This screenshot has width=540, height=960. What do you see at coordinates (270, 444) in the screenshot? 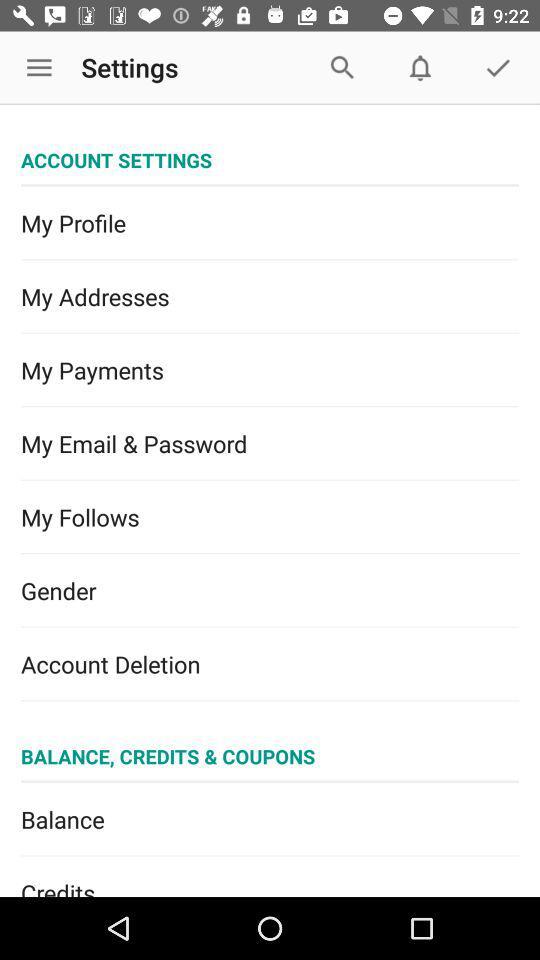
I see `the icon above the my follows` at bounding box center [270, 444].